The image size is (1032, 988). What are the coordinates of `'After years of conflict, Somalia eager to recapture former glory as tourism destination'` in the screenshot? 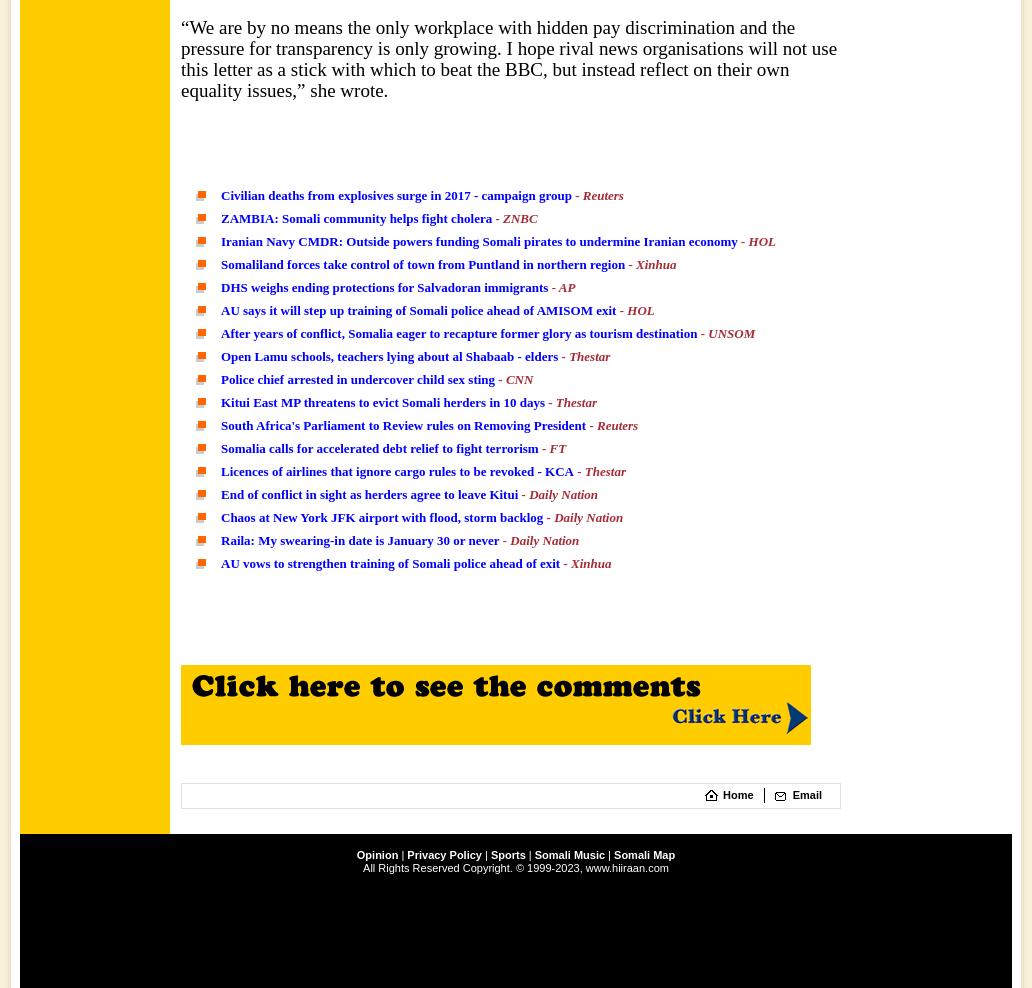 It's located at (458, 333).